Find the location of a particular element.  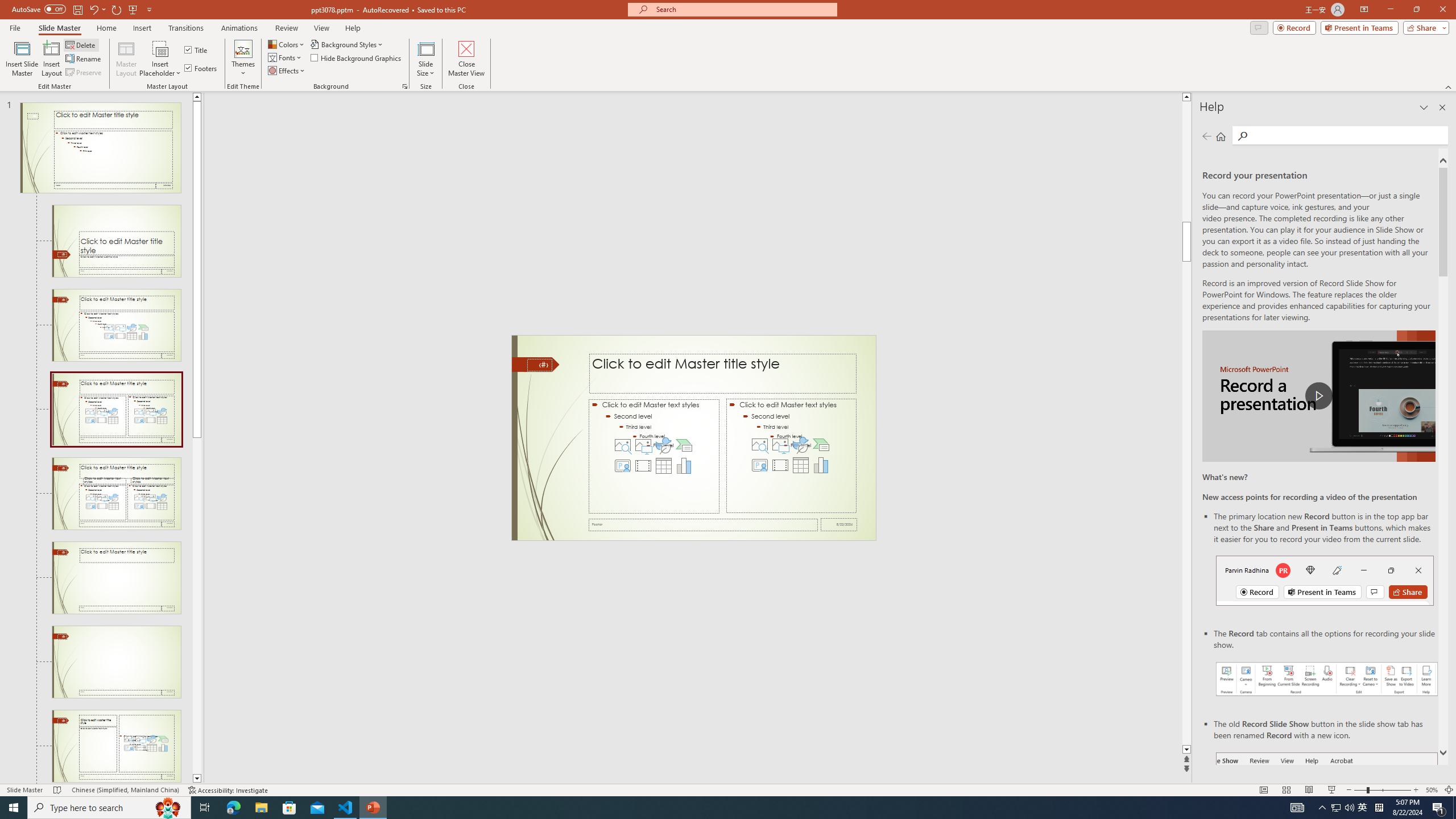

'Insert Cameo' is located at coordinates (760, 464).